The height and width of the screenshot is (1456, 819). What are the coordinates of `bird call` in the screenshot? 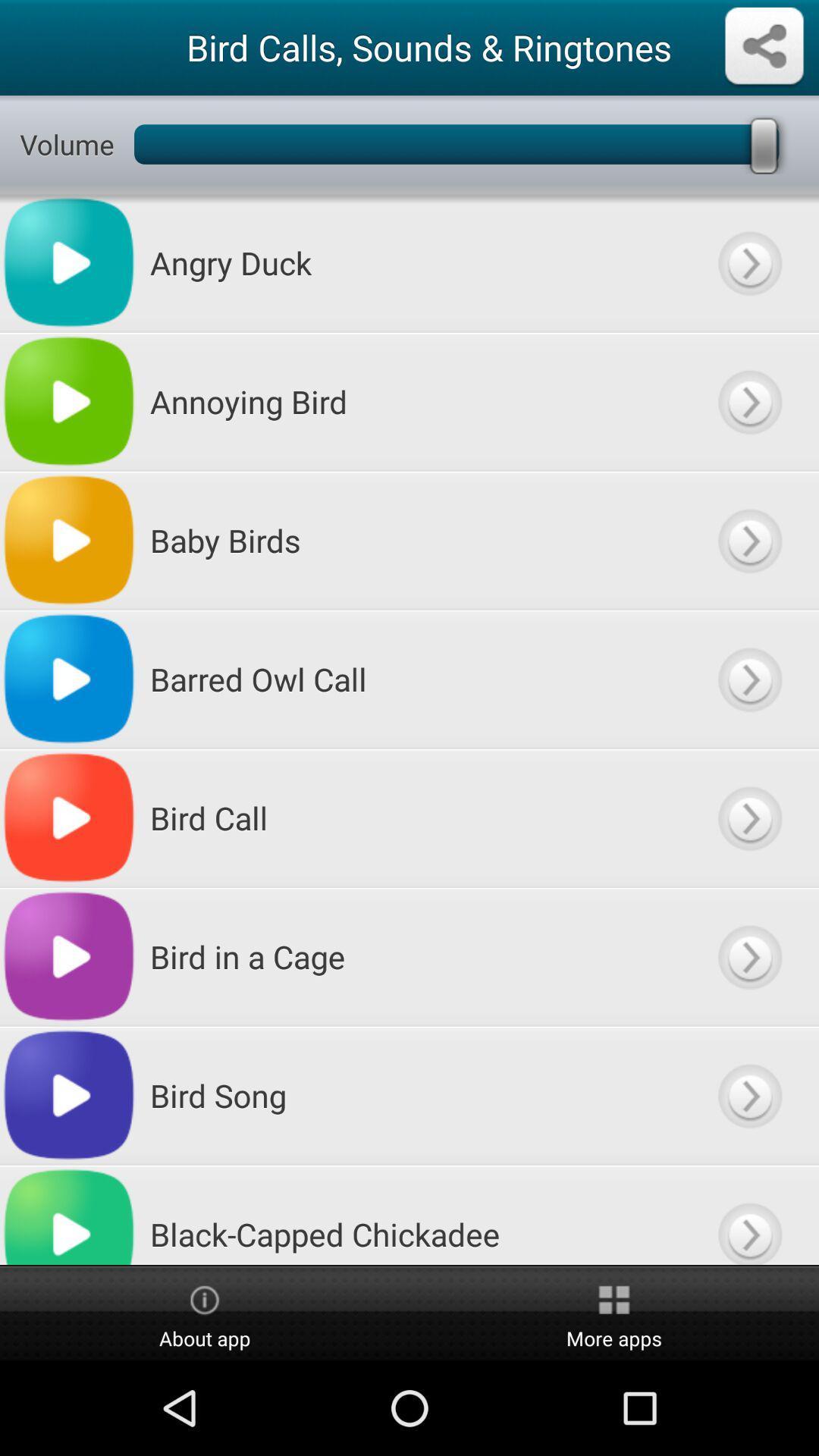 It's located at (748, 817).